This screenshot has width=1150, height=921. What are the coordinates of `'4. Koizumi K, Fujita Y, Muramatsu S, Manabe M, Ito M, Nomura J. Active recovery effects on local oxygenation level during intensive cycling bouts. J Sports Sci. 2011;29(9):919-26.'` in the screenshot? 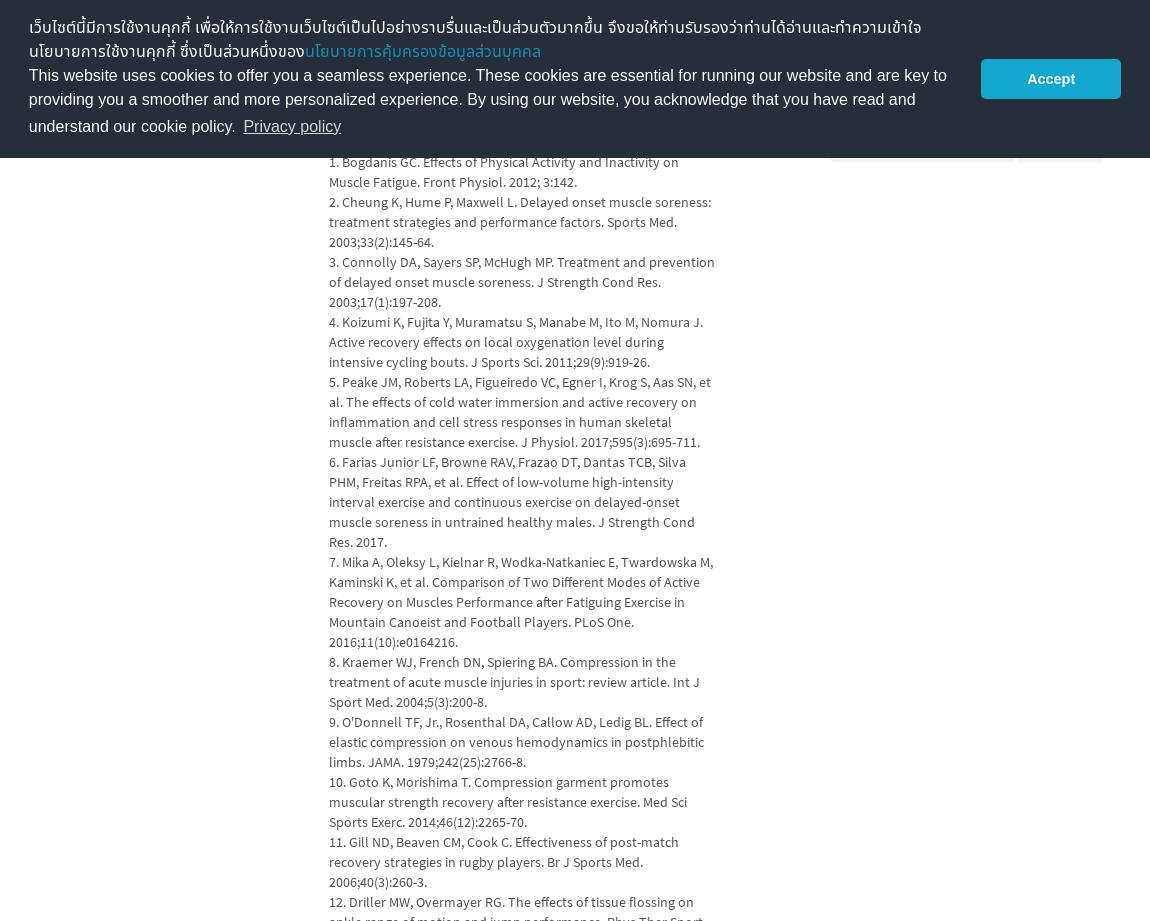 It's located at (514, 341).